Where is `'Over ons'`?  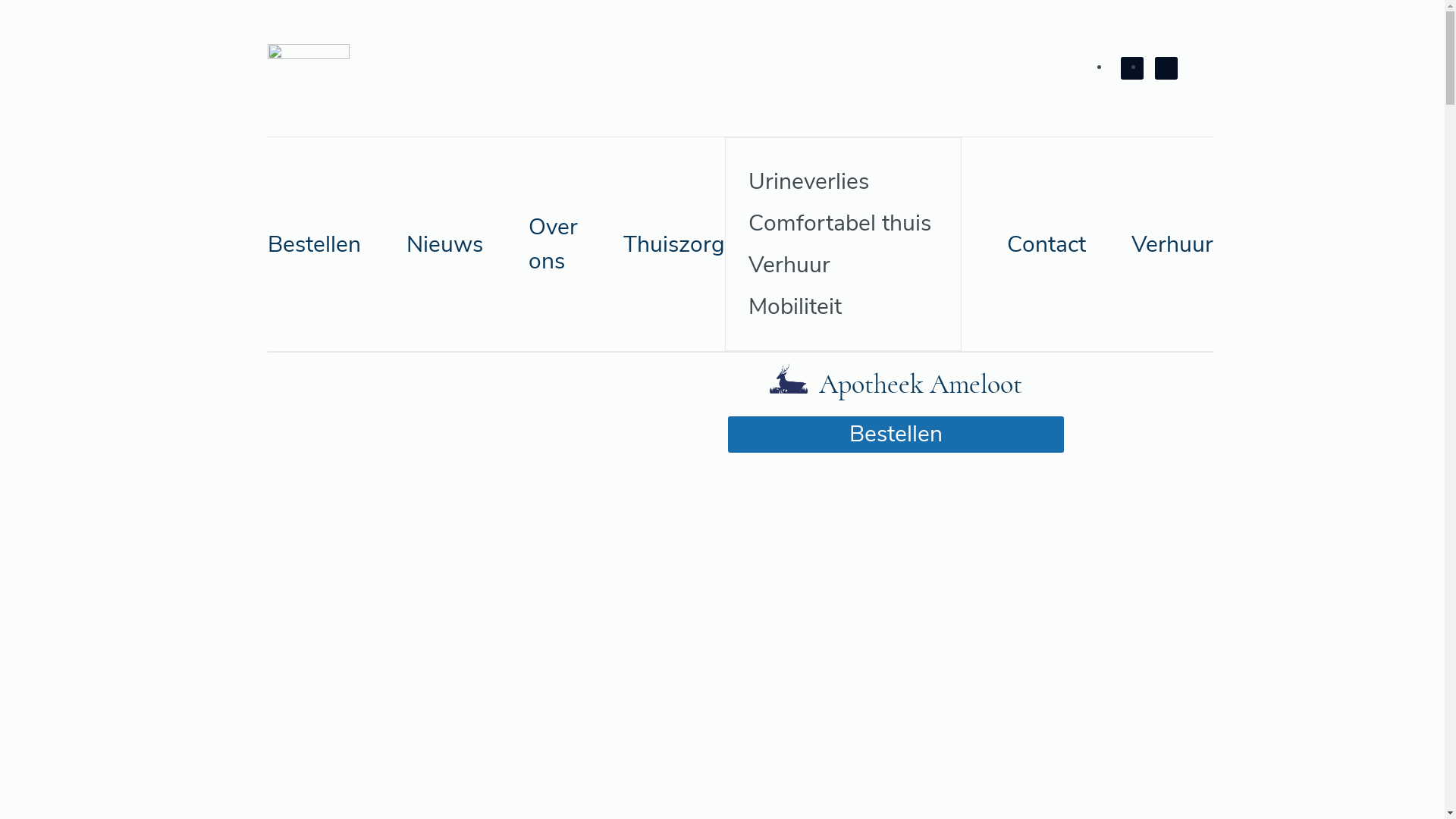
'Over ons' is located at coordinates (528, 243).